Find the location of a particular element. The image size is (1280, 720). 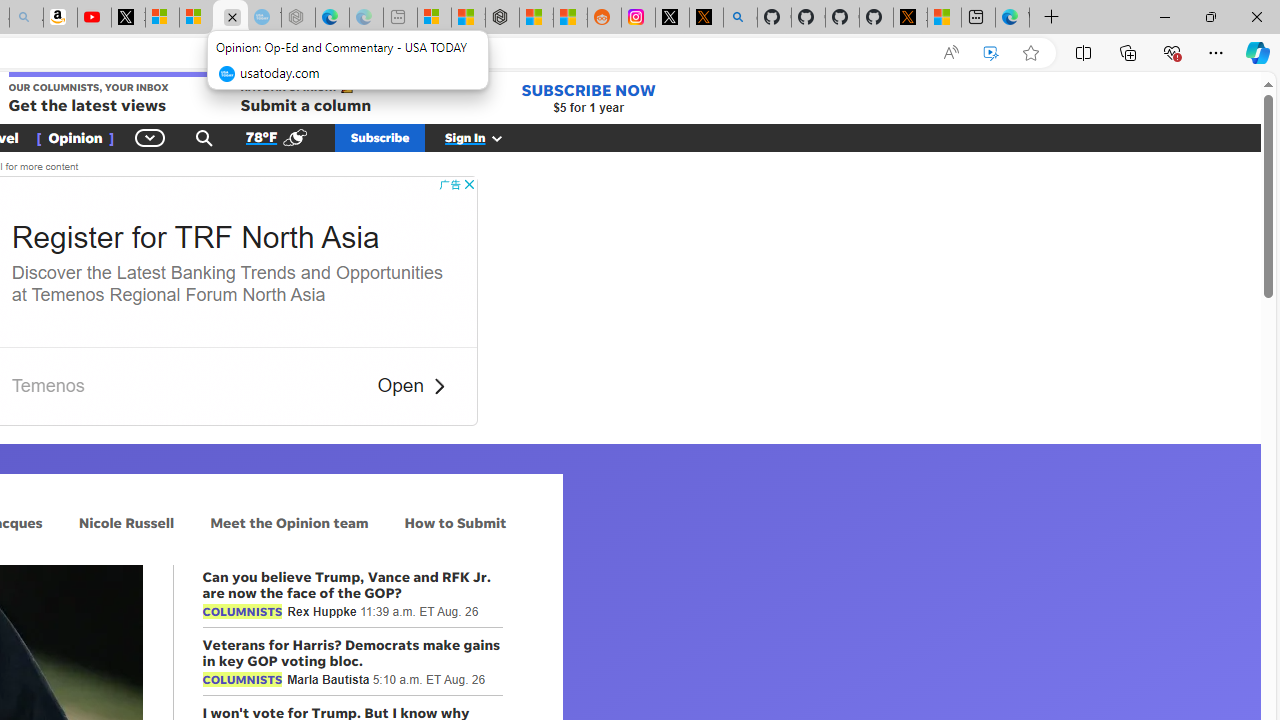

'Register for TRF North Asia' is located at coordinates (195, 236).